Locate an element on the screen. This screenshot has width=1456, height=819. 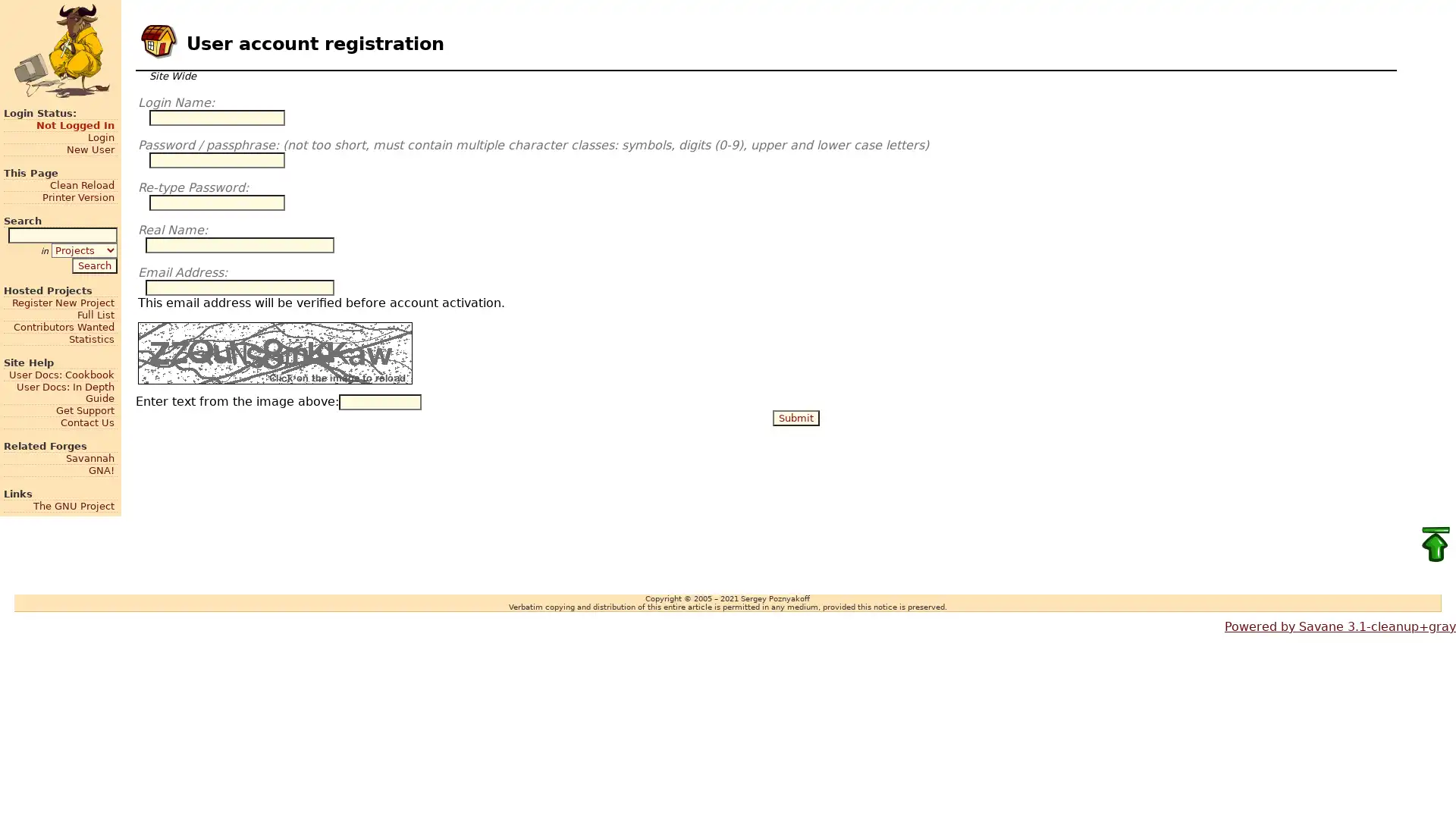
Search is located at coordinates (93, 264).